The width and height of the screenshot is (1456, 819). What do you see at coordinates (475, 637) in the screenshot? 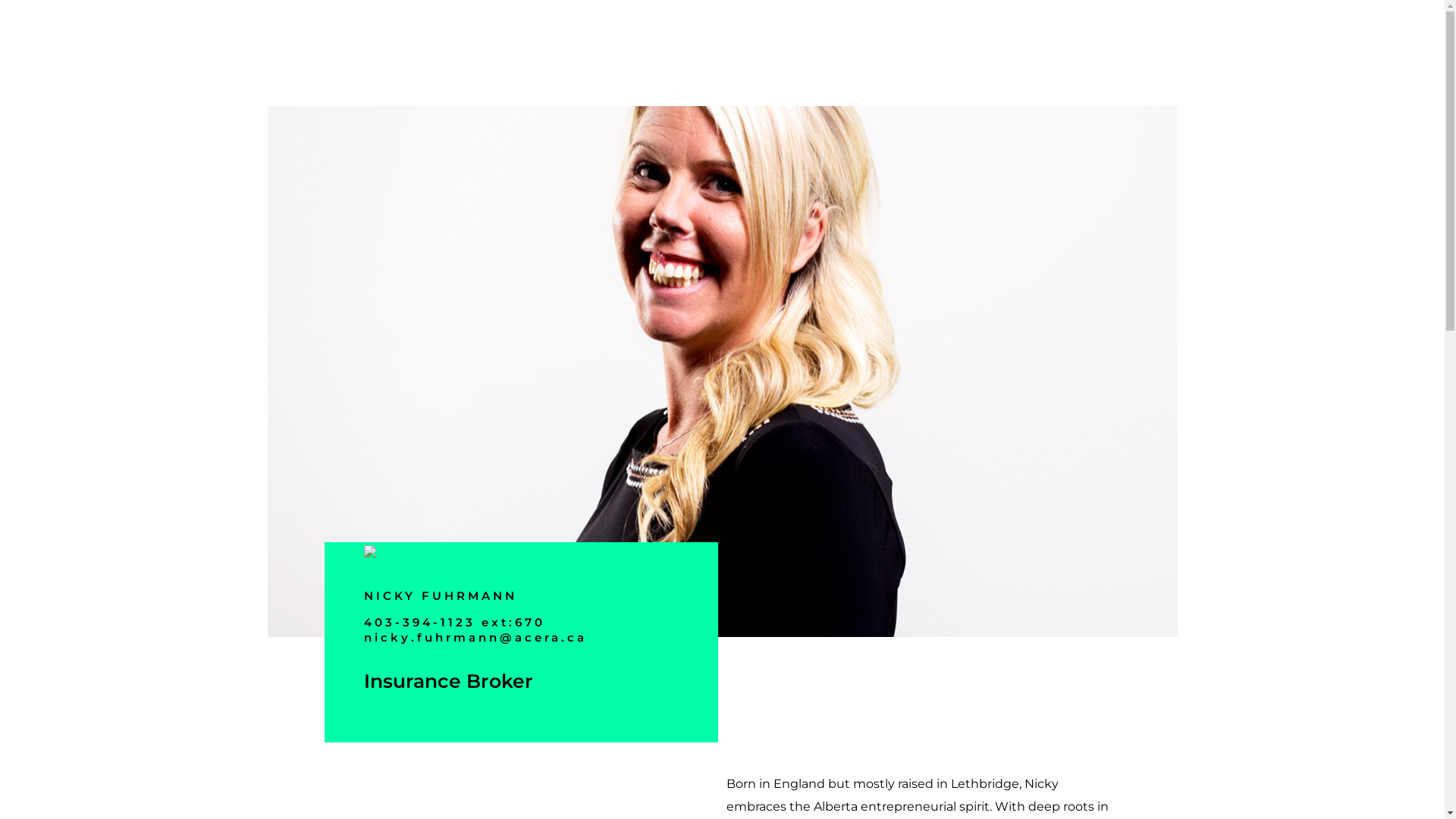
I see `'nicky.fuhrmann@acera.ca'` at bounding box center [475, 637].